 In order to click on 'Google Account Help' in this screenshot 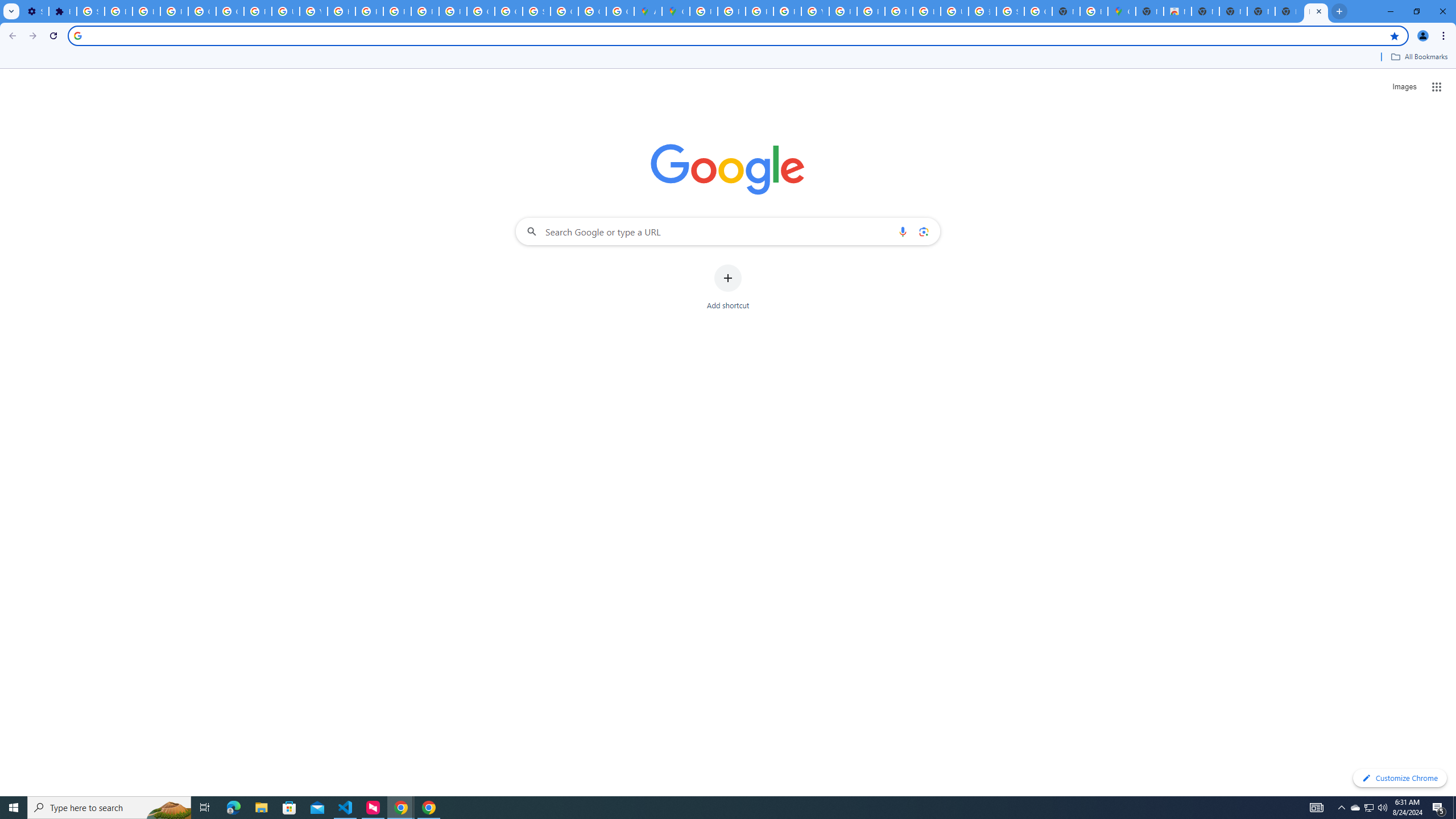, I will do `click(229, 11)`.